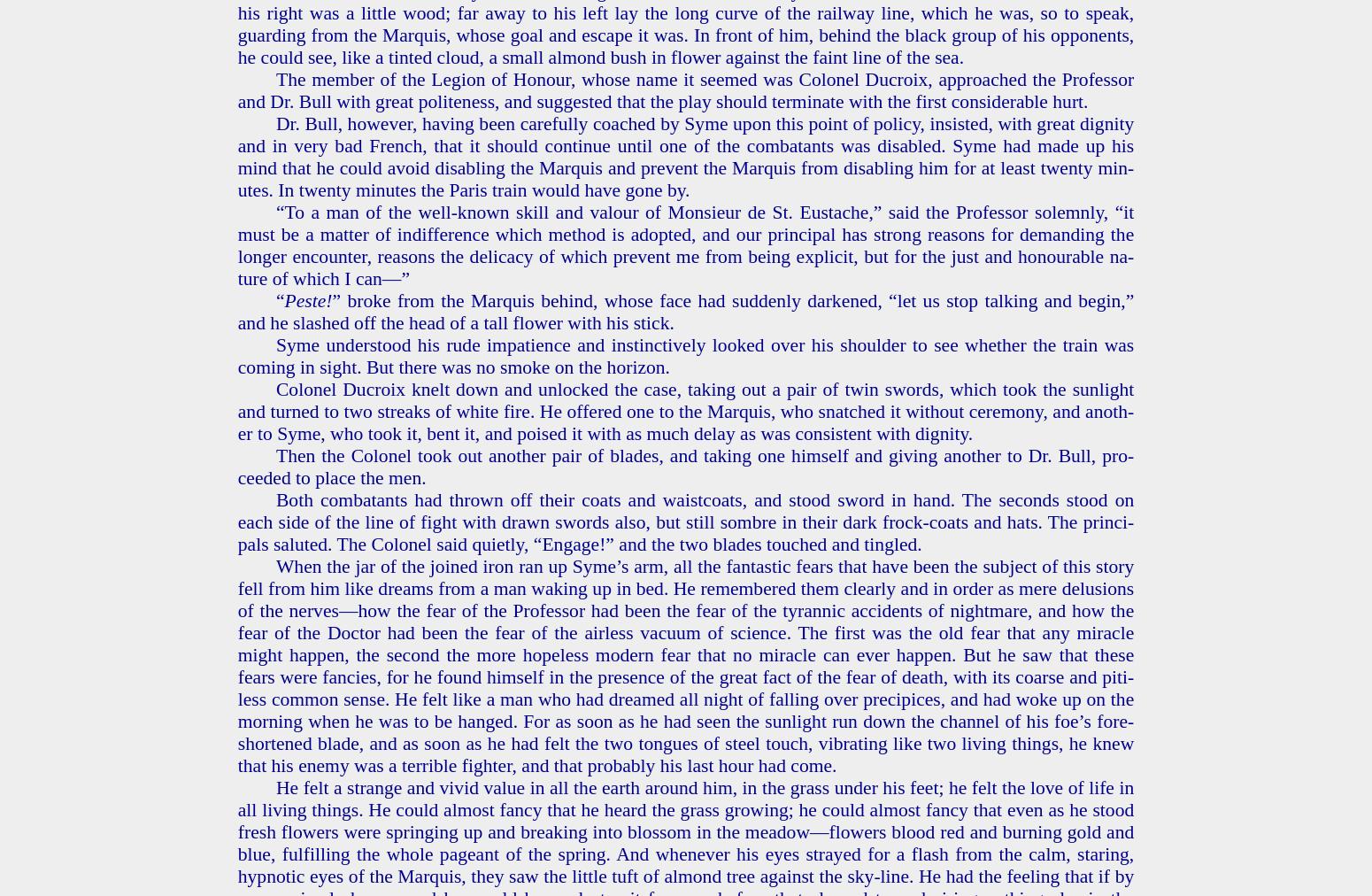  What do you see at coordinates (236, 411) in the screenshot?
I see `'Colonel Ducroix knelt down and un­locked the case, tak­ing out a pair of twin swords, which took the sun­light and turned to two streaks of white fire. He of­fered one to the Mar­quis, who snatched it with­out cer­e­mo­ny, and an­oth­er to Syme, who took it, bent it, and poised it with as much delay as was con­sis­tent with dig­ni­ty.'` at bounding box center [236, 411].